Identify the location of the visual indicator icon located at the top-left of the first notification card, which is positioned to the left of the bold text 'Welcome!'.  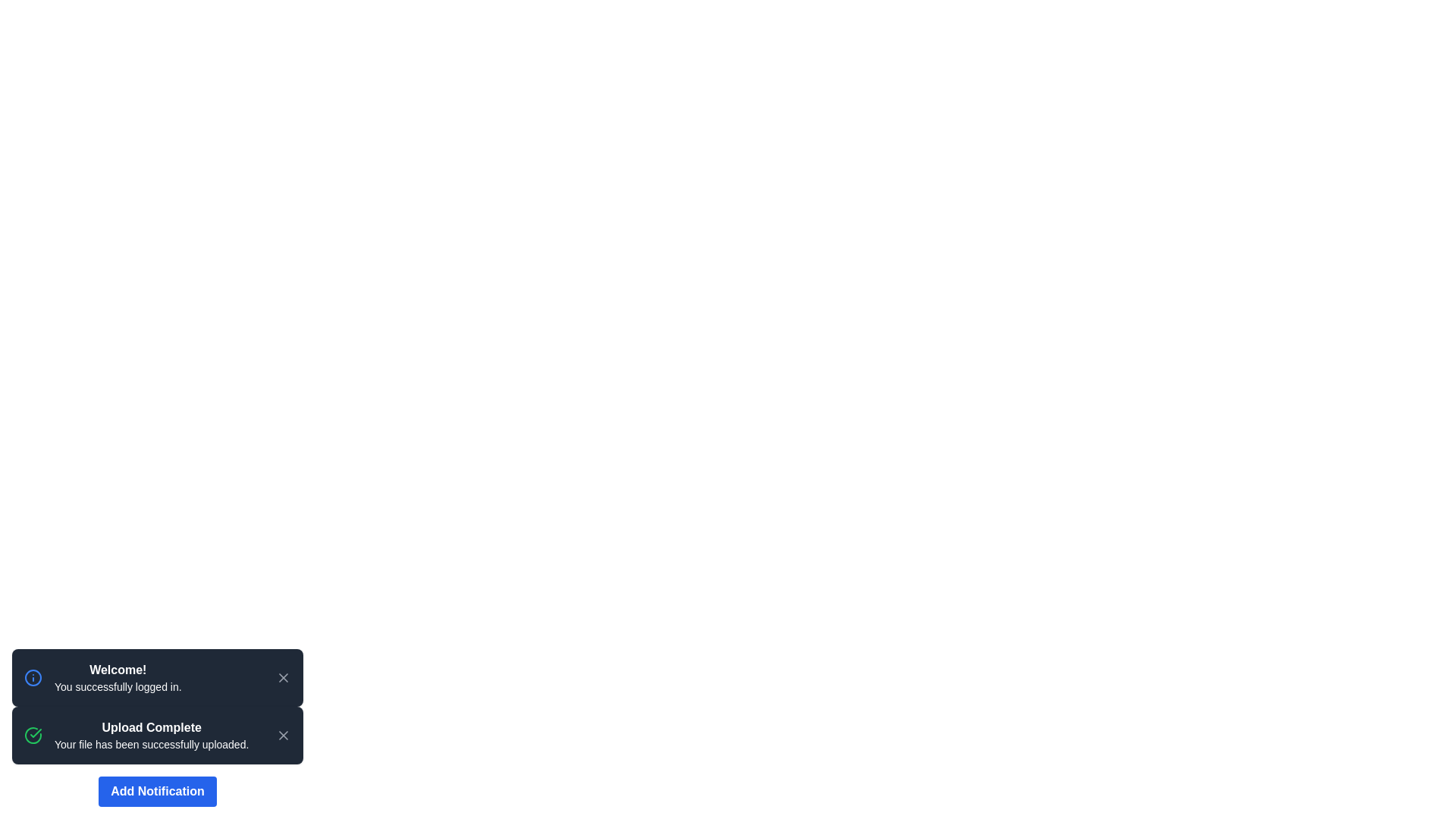
(33, 677).